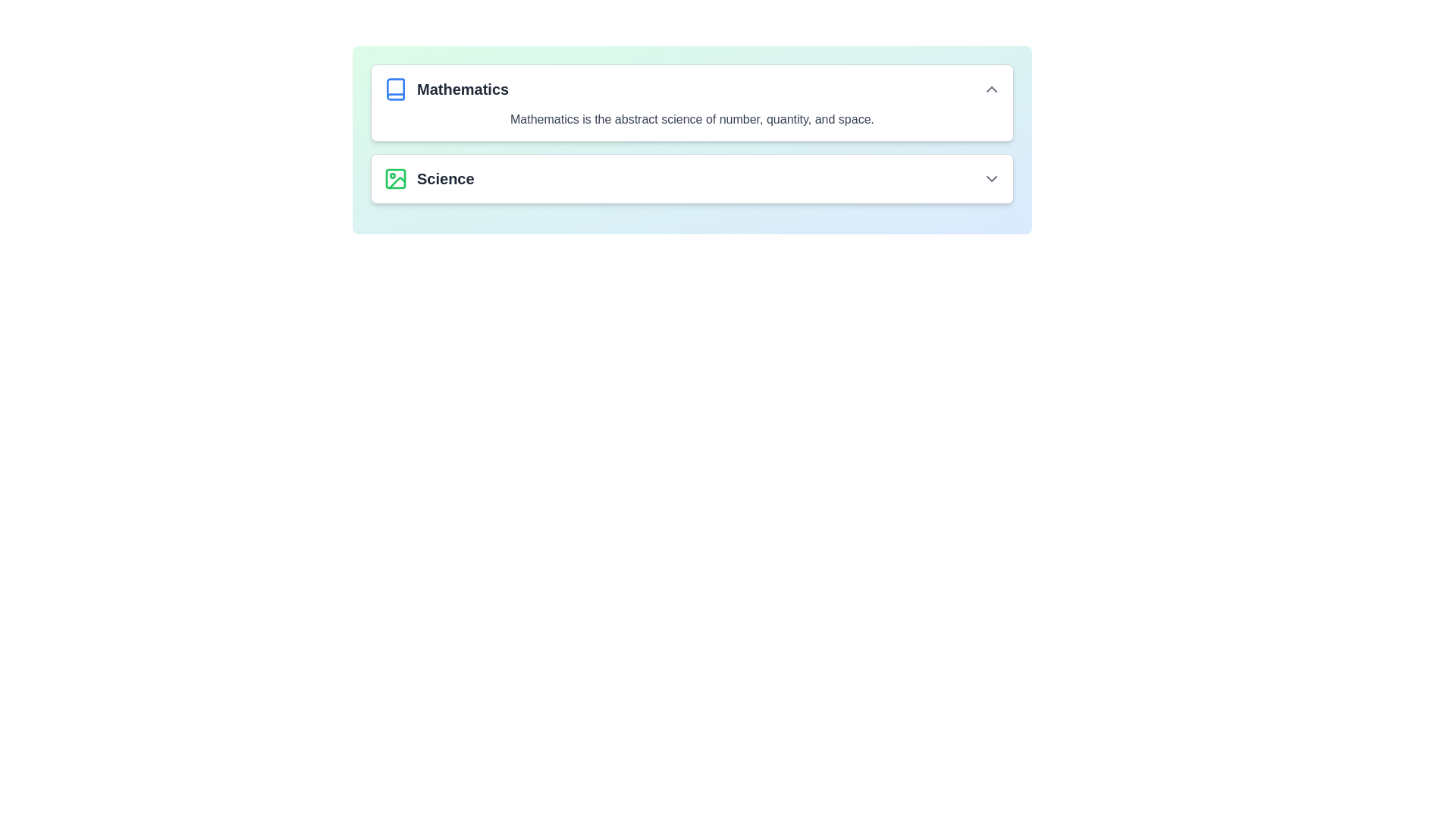 This screenshot has width=1456, height=819. What do you see at coordinates (691, 119) in the screenshot?
I see `the text label that reads 'Mathematics is the abstract science of number, quantity, and space.' located in the 'Mathematics' section of the panel` at bounding box center [691, 119].